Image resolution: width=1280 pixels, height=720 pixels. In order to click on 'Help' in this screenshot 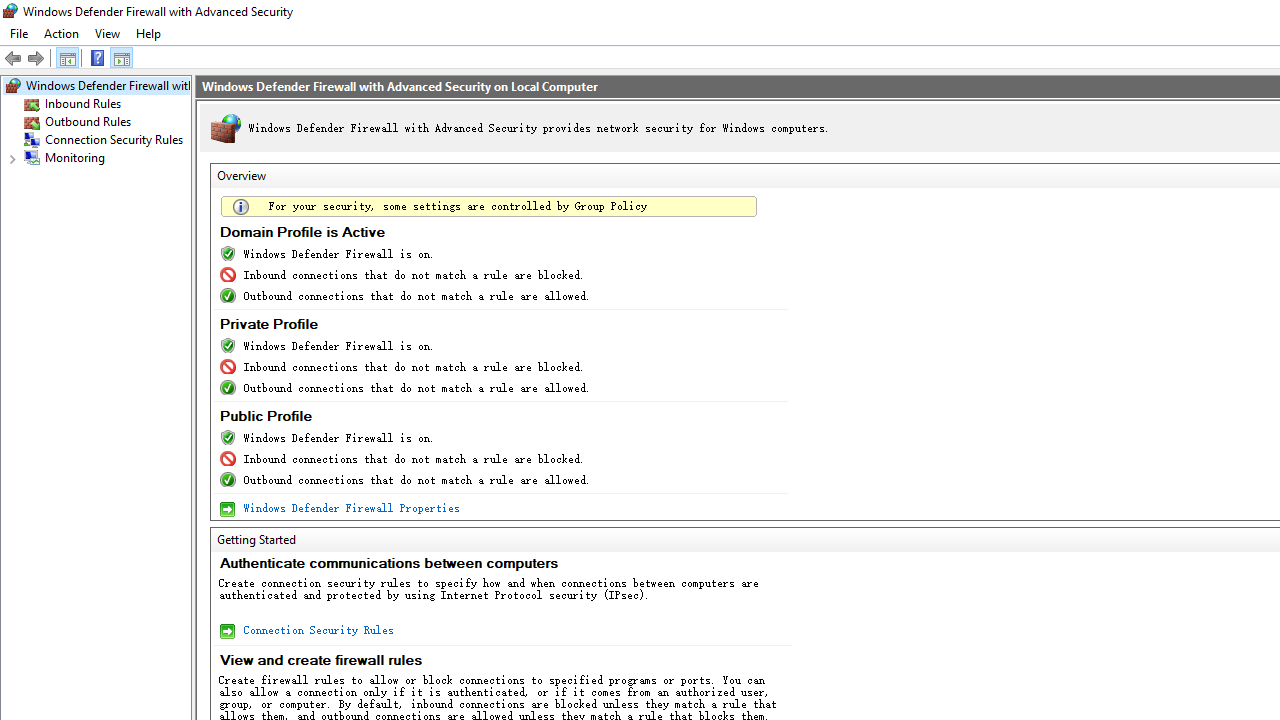, I will do `click(147, 33)`.